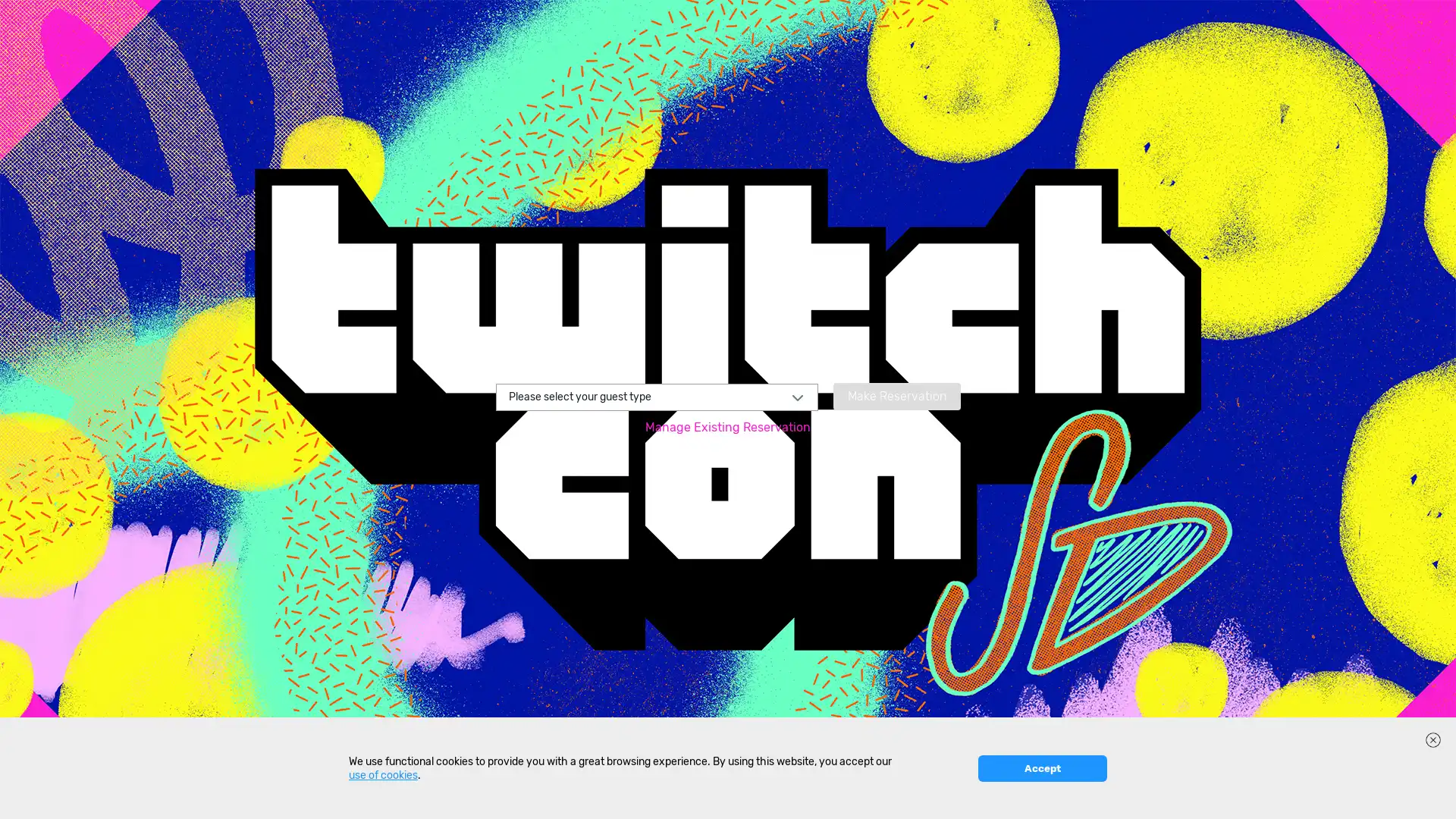 This screenshot has height=819, width=1456. I want to click on Make Reservation, so click(896, 394).